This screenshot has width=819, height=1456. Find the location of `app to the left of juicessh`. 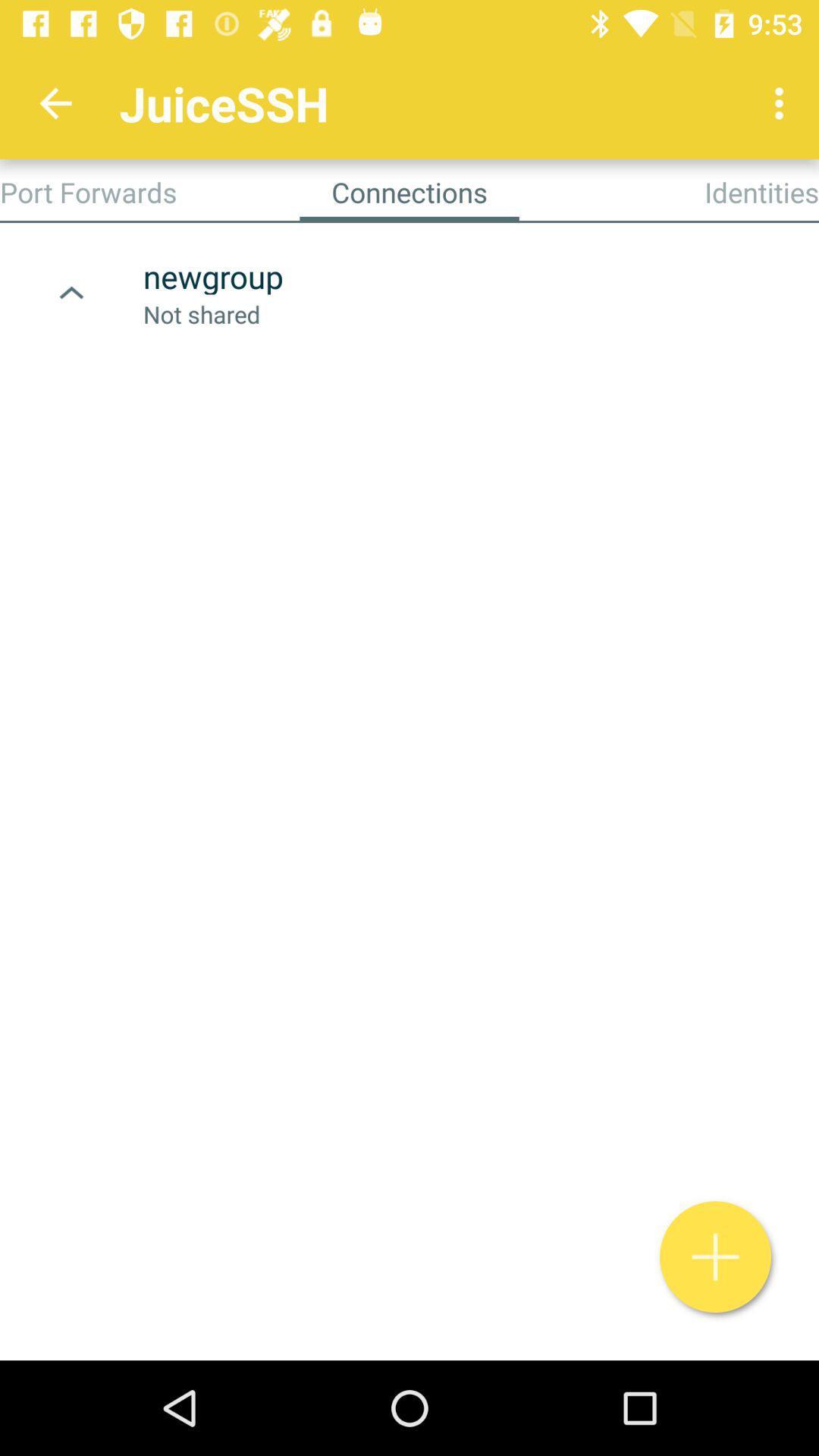

app to the left of juicessh is located at coordinates (55, 102).